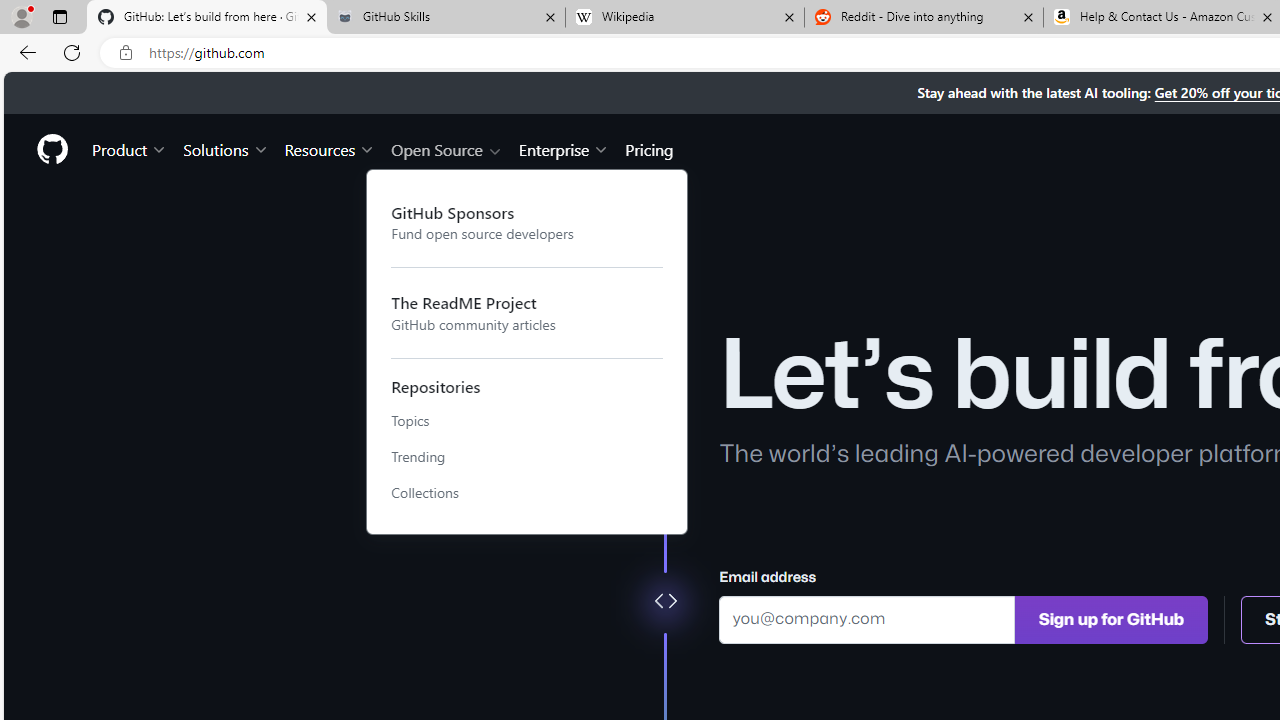 The width and height of the screenshot is (1280, 720). What do you see at coordinates (527, 420) in the screenshot?
I see `'Topics'` at bounding box center [527, 420].